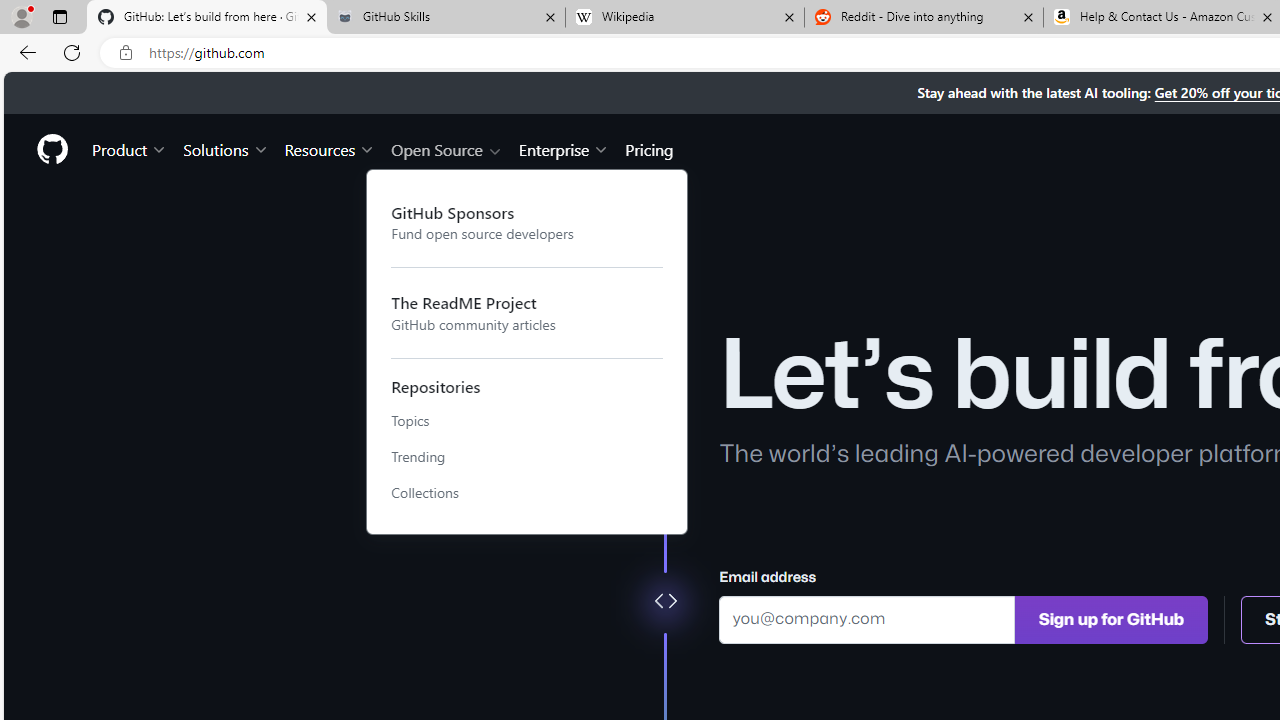 The width and height of the screenshot is (1280, 720). What do you see at coordinates (527, 420) in the screenshot?
I see `'Topics'` at bounding box center [527, 420].